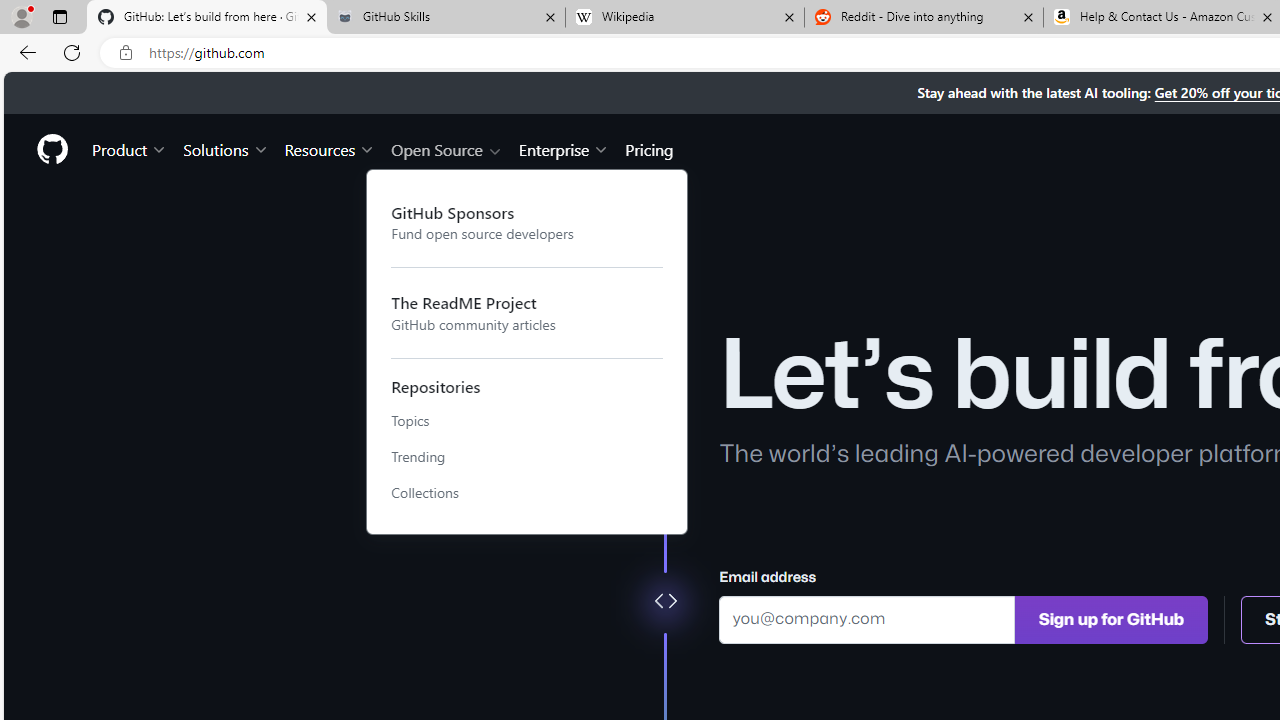 The width and height of the screenshot is (1280, 720). What do you see at coordinates (527, 420) in the screenshot?
I see `'Topics'` at bounding box center [527, 420].